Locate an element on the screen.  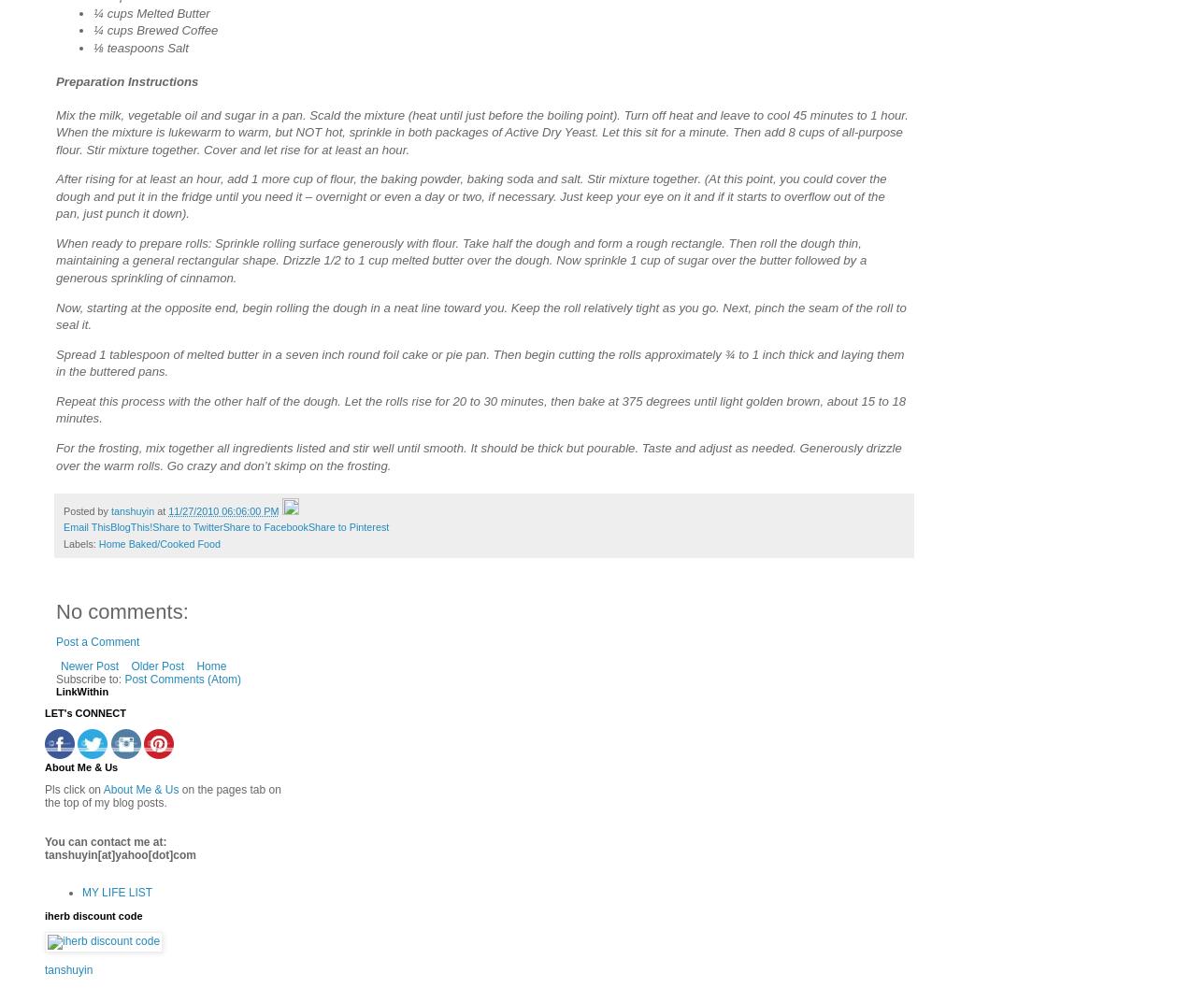
'Share to Pinterest' is located at coordinates (348, 526).